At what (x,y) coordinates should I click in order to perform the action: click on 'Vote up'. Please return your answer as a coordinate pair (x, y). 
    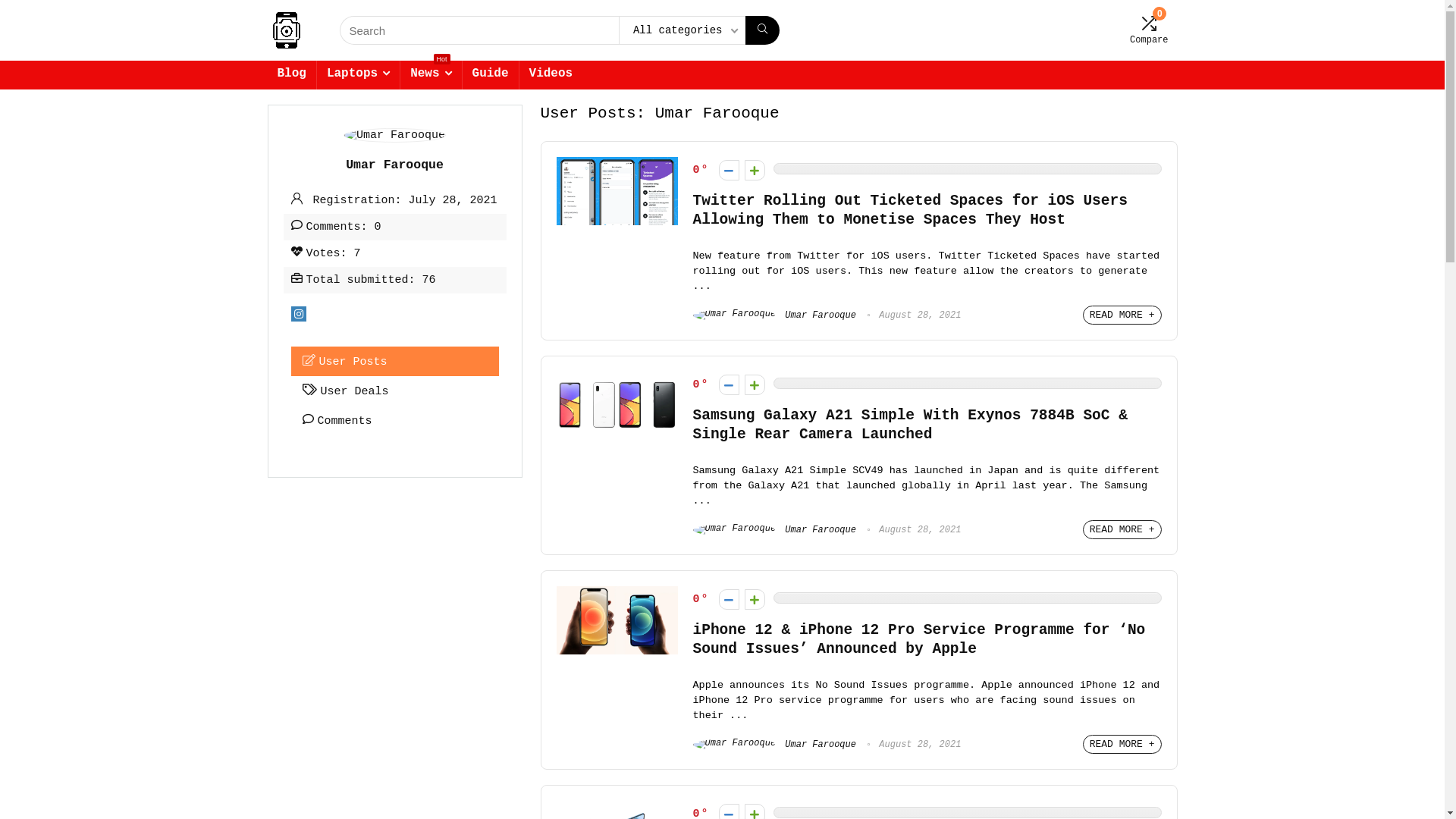
    Looking at the image, I should click on (745, 598).